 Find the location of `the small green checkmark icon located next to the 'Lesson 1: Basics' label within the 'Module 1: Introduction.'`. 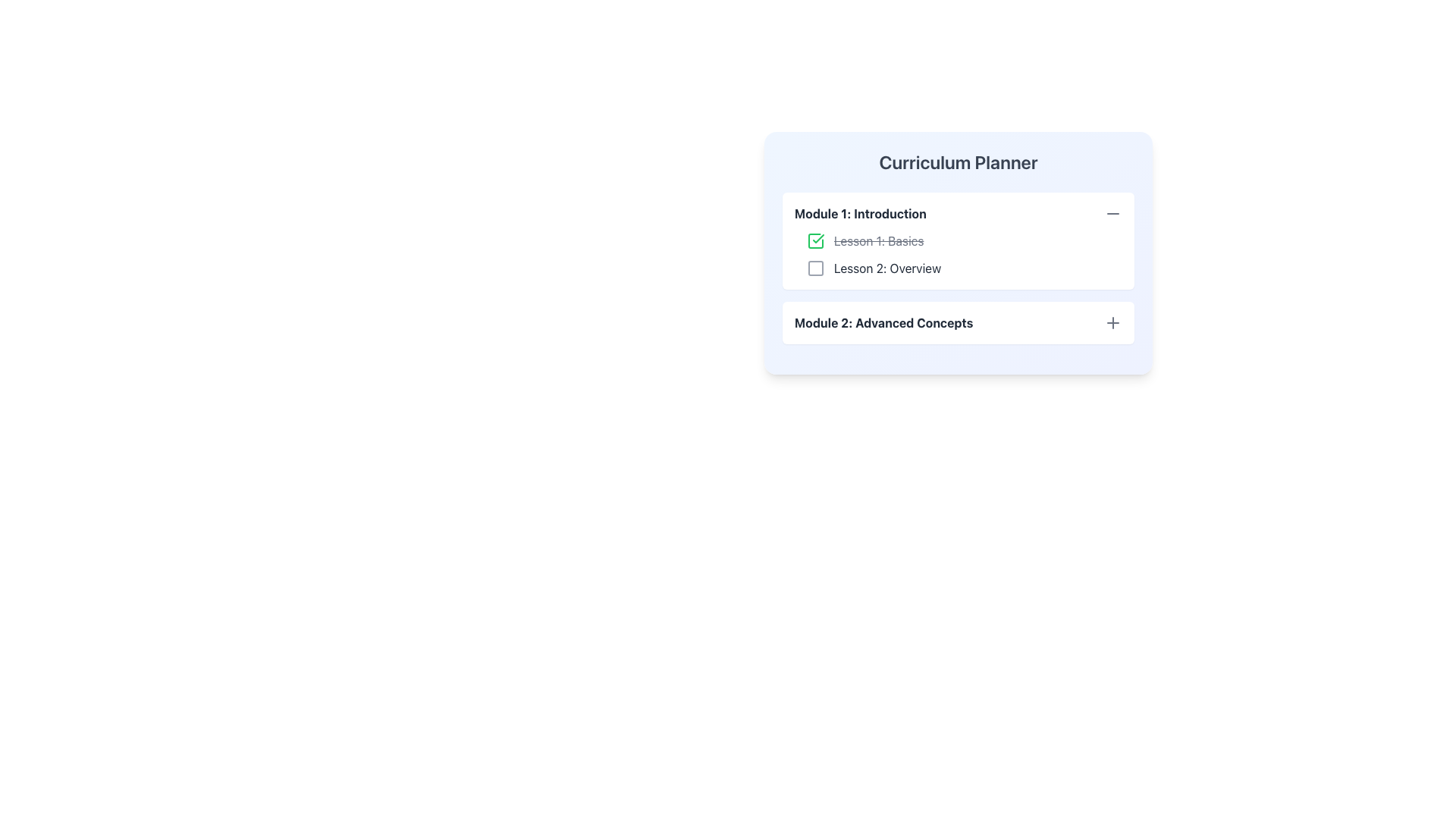

the small green checkmark icon located next to the 'Lesson 1: Basics' label within the 'Module 1: Introduction.' is located at coordinates (817, 239).